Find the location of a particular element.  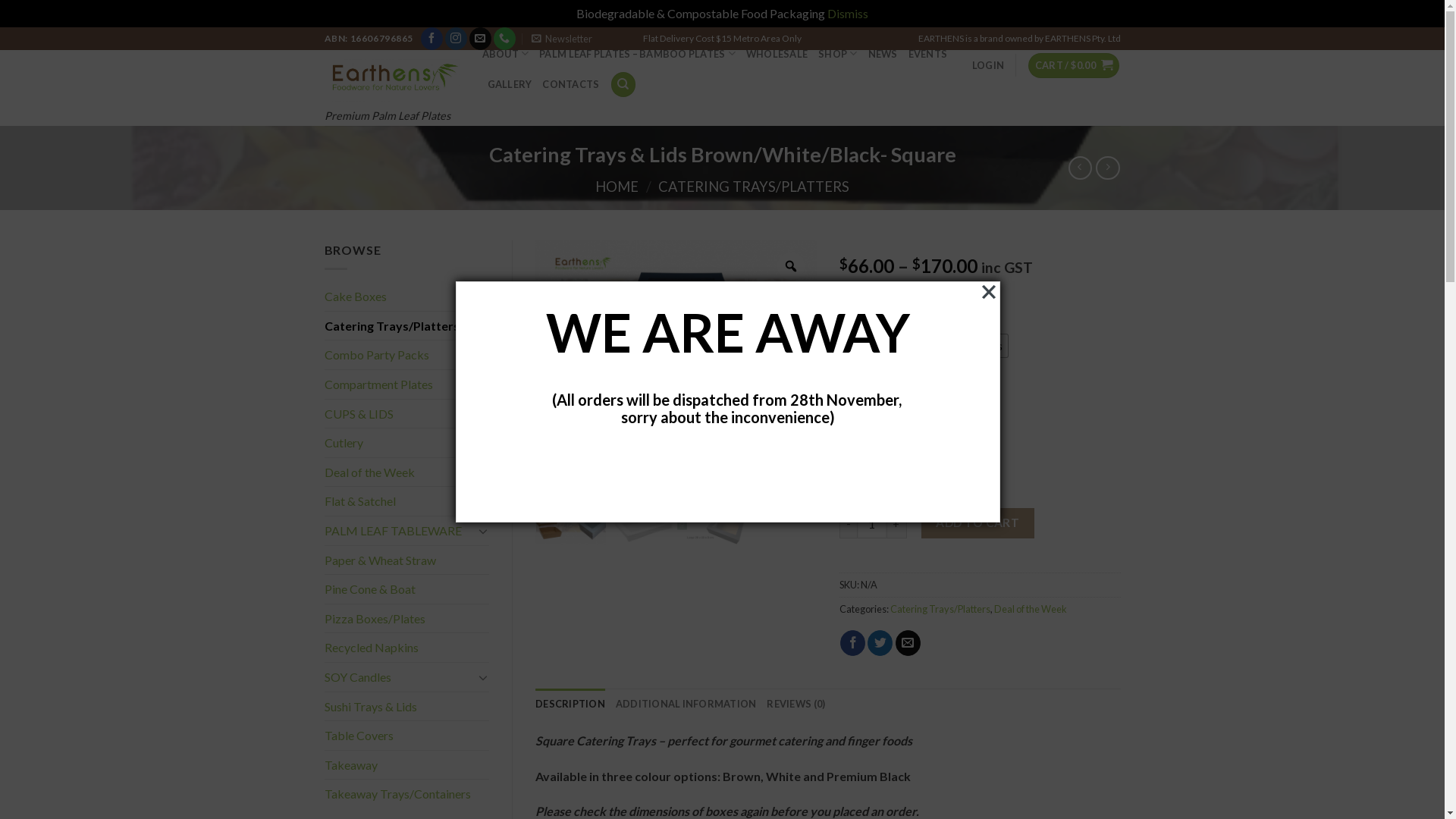

'Newsletter' is located at coordinates (560, 37).